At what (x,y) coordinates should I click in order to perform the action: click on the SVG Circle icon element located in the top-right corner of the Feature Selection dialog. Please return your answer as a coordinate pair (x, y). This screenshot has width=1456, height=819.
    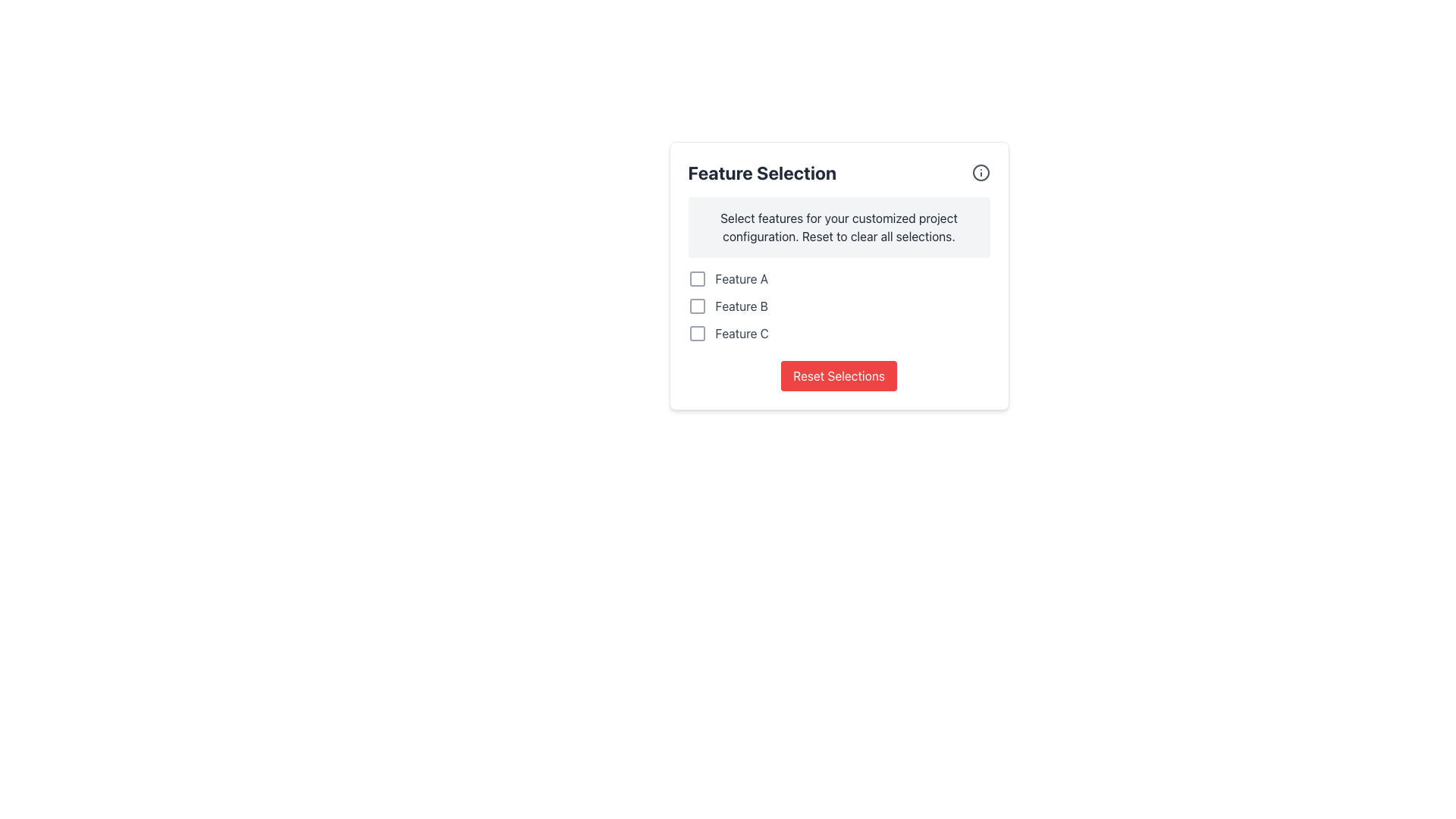
    Looking at the image, I should click on (981, 171).